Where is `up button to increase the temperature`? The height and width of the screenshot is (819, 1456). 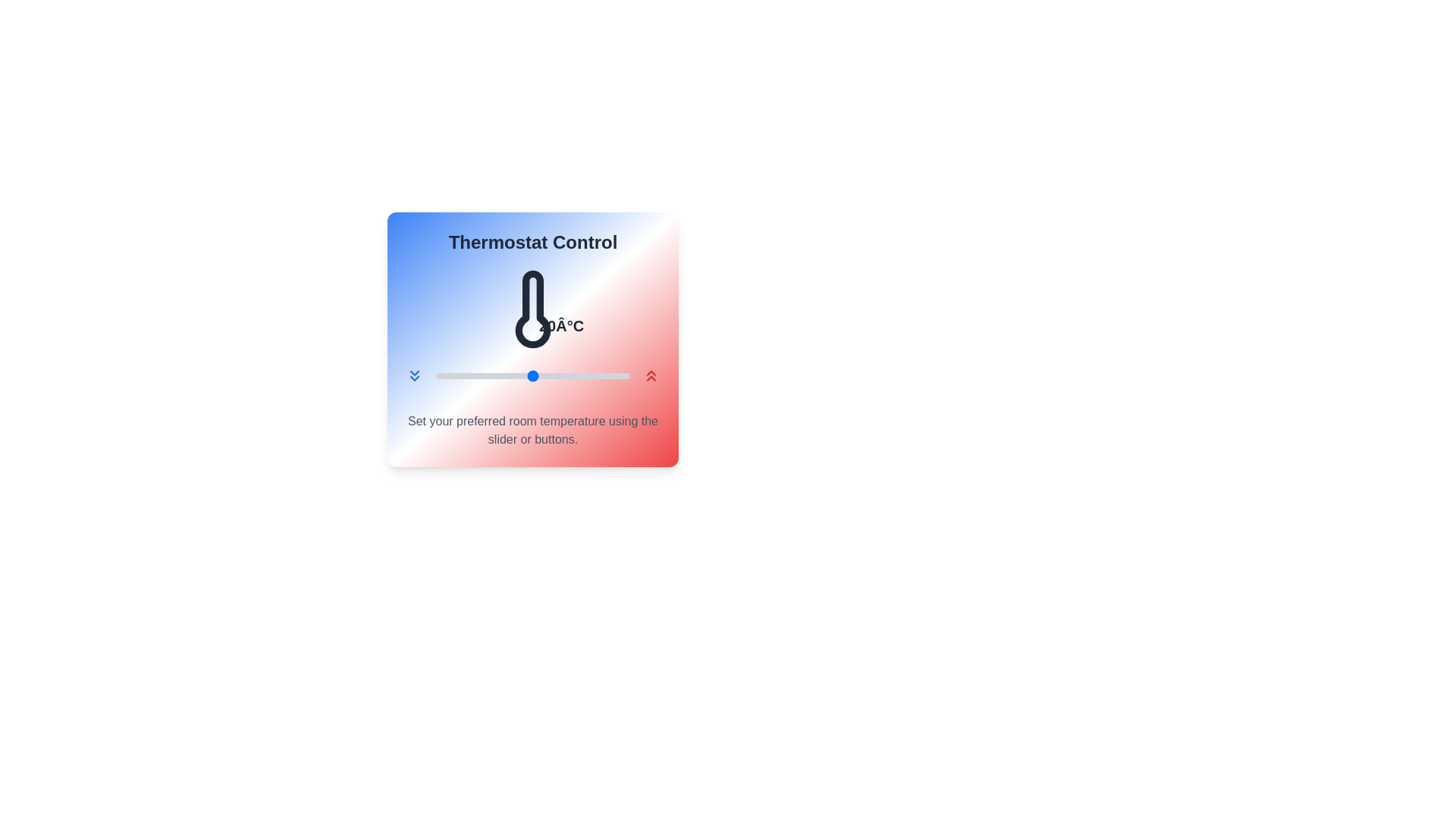 up button to increase the temperature is located at coordinates (651, 375).